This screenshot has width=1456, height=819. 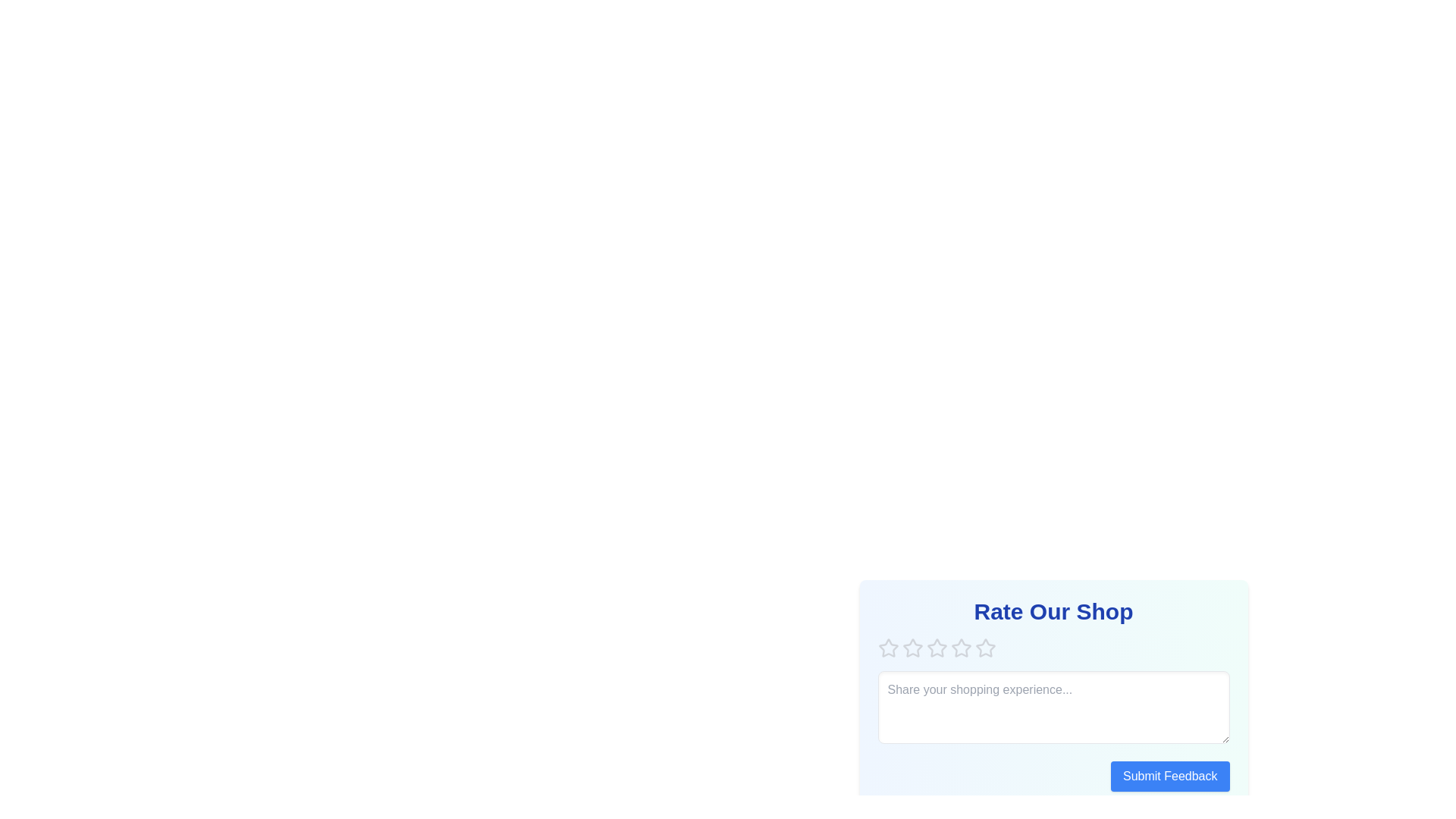 What do you see at coordinates (960, 648) in the screenshot?
I see `the star corresponding to 4 to preview the rating` at bounding box center [960, 648].